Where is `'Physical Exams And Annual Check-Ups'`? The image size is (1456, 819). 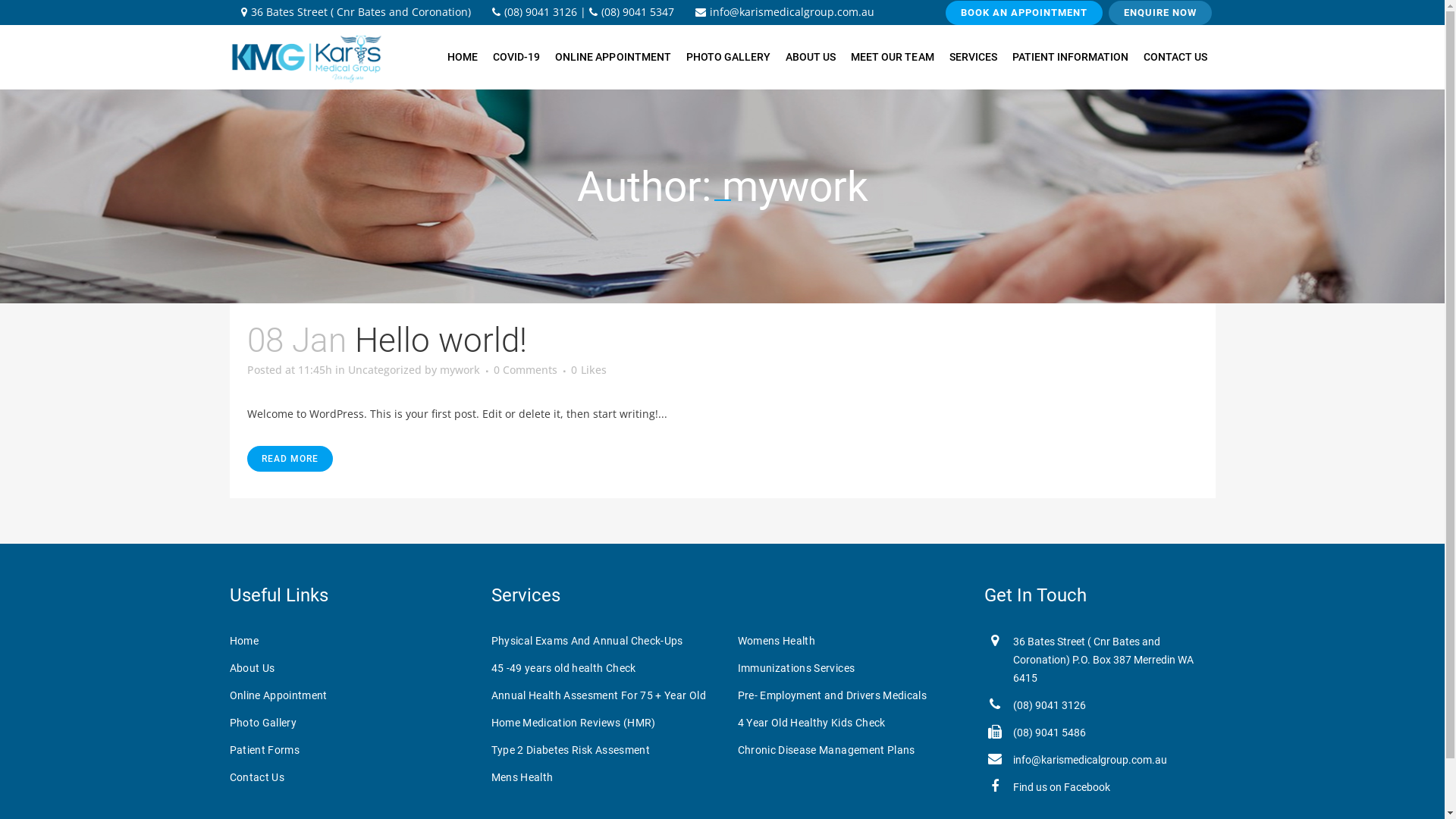
'Physical Exams And Annual Check-Ups' is located at coordinates (602, 640).